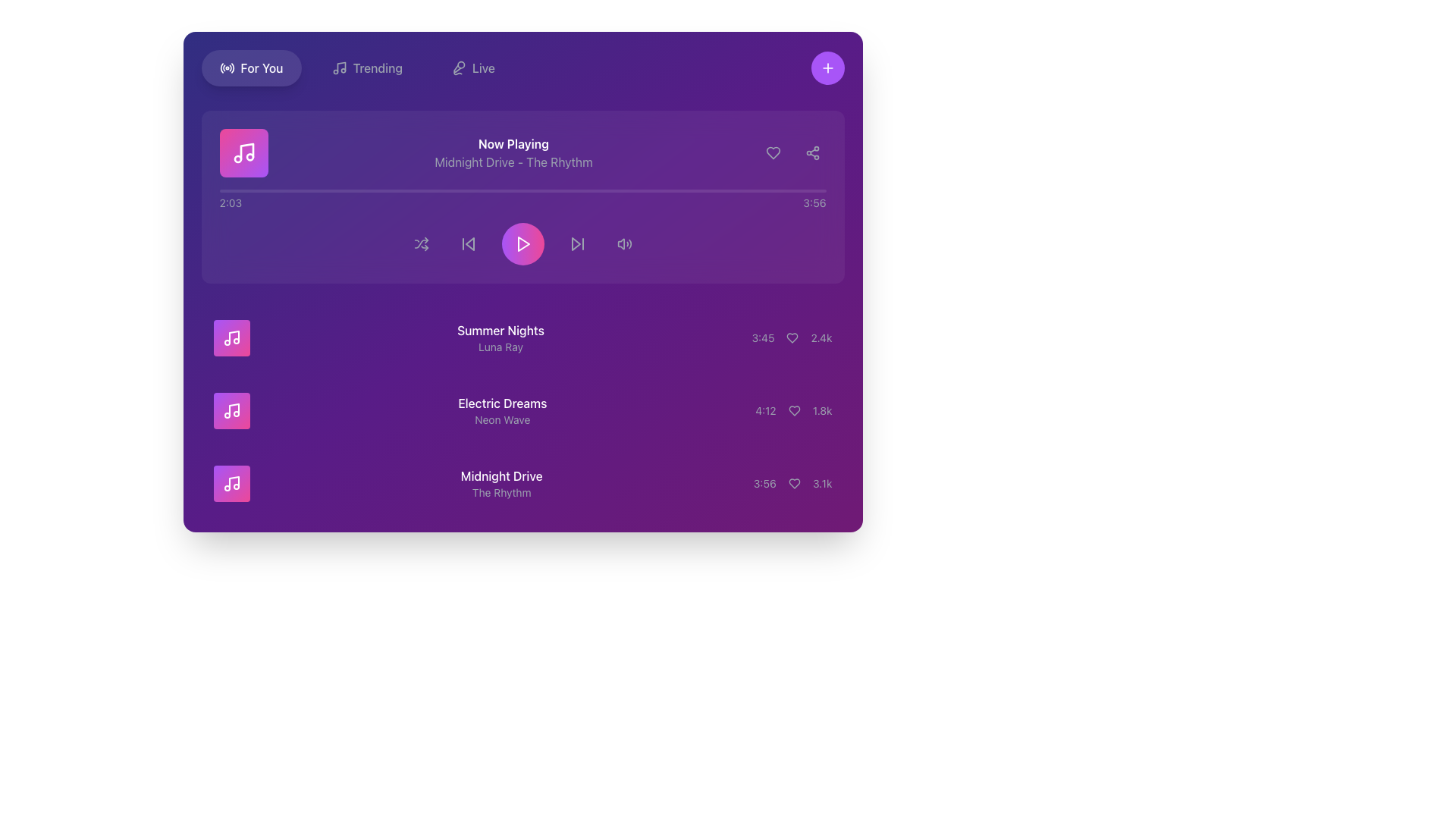 The image size is (1456, 819). I want to click on the 'For You' text label within the button located in the top-left corner of the interface, so click(262, 67).